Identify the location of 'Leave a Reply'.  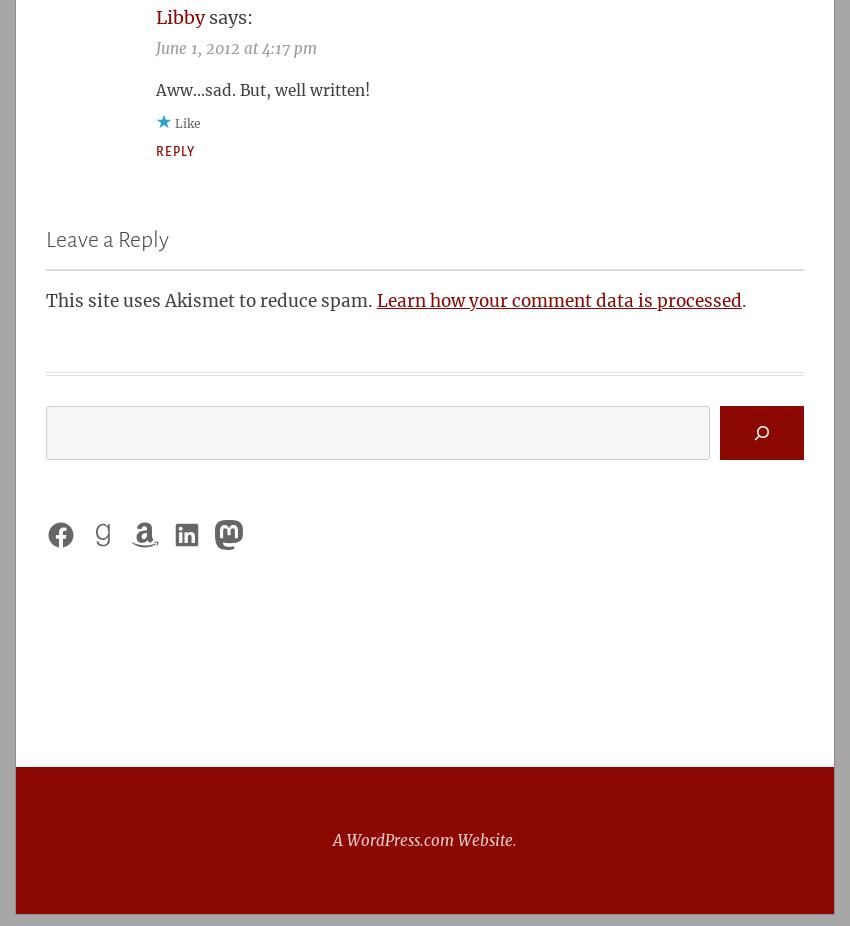
(45, 239).